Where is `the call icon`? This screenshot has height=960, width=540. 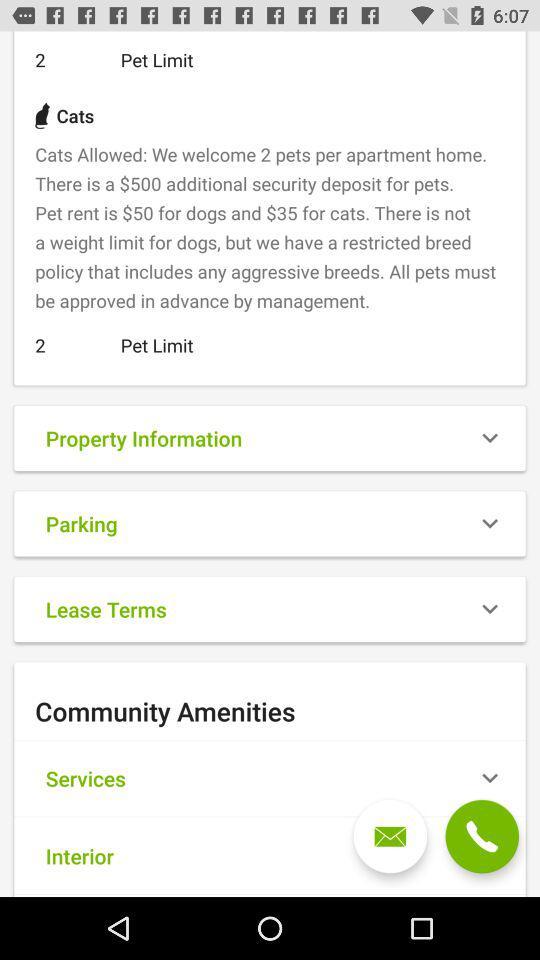 the call icon is located at coordinates (481, 836).